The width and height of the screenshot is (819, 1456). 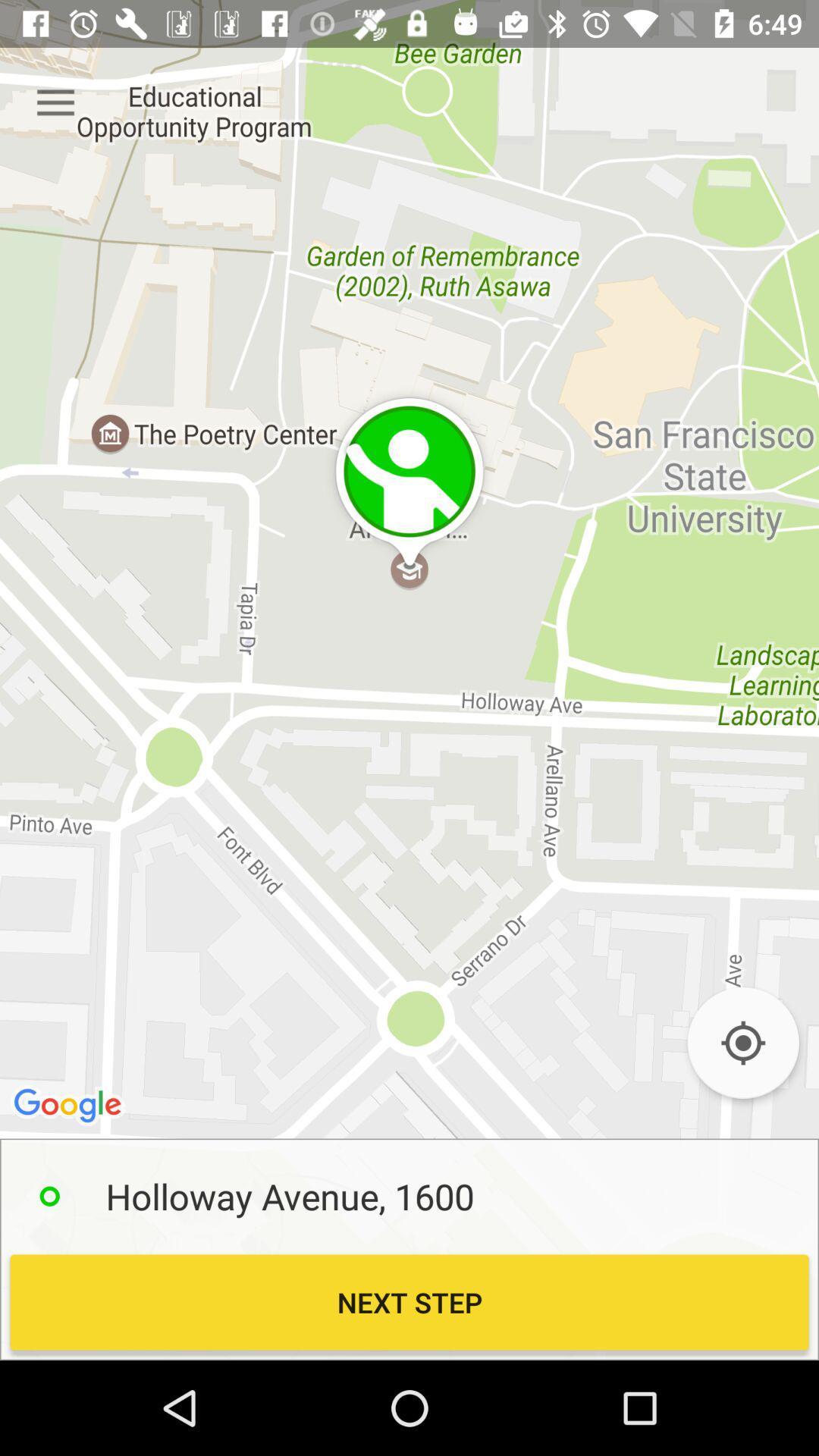 What do you see at coordinates (409, 1301) in the screenshot?
I see `next step icon` at bounding box center [409, 1301].